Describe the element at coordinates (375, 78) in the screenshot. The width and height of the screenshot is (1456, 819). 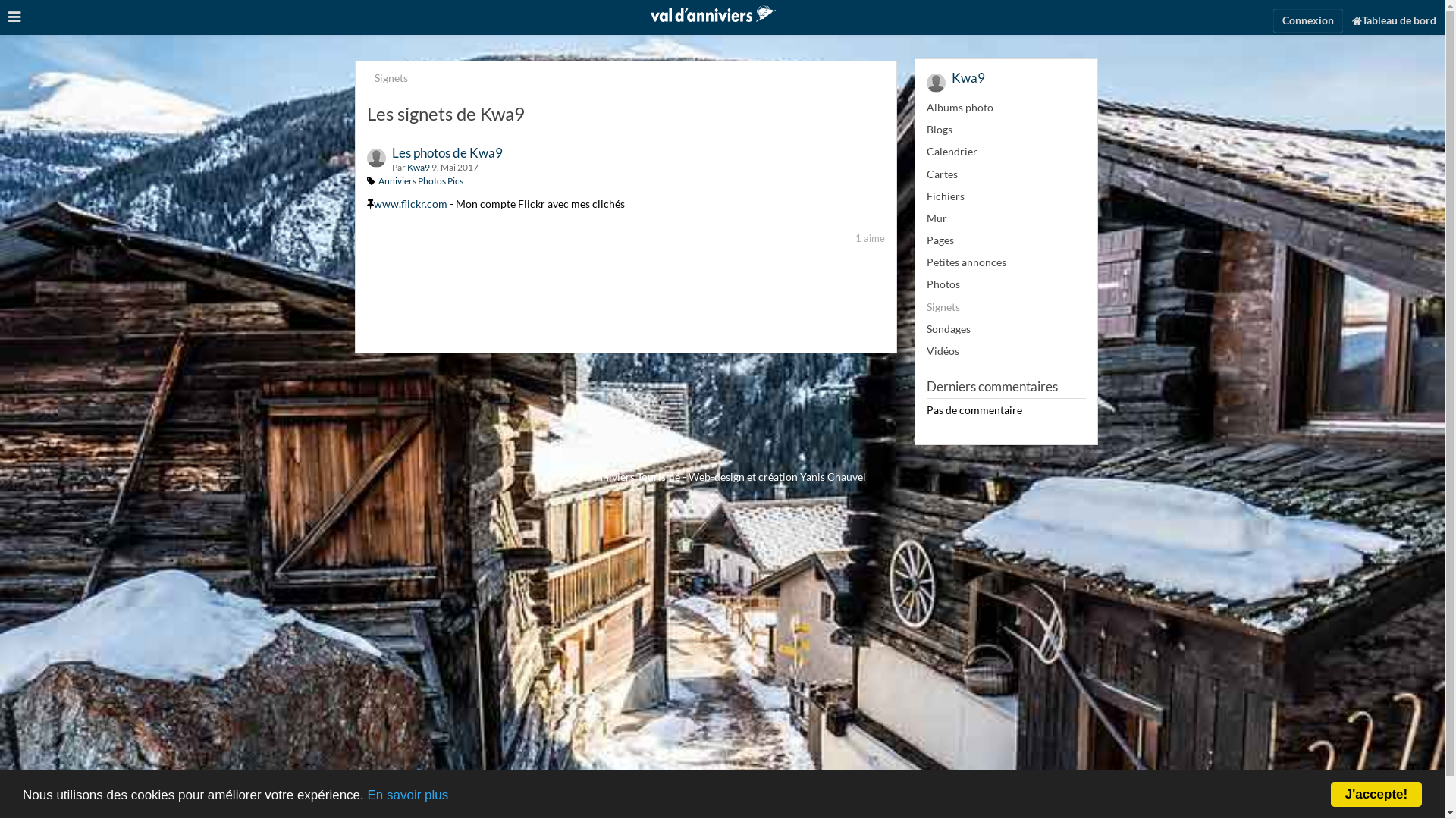
I see `'Signets'` at that location.